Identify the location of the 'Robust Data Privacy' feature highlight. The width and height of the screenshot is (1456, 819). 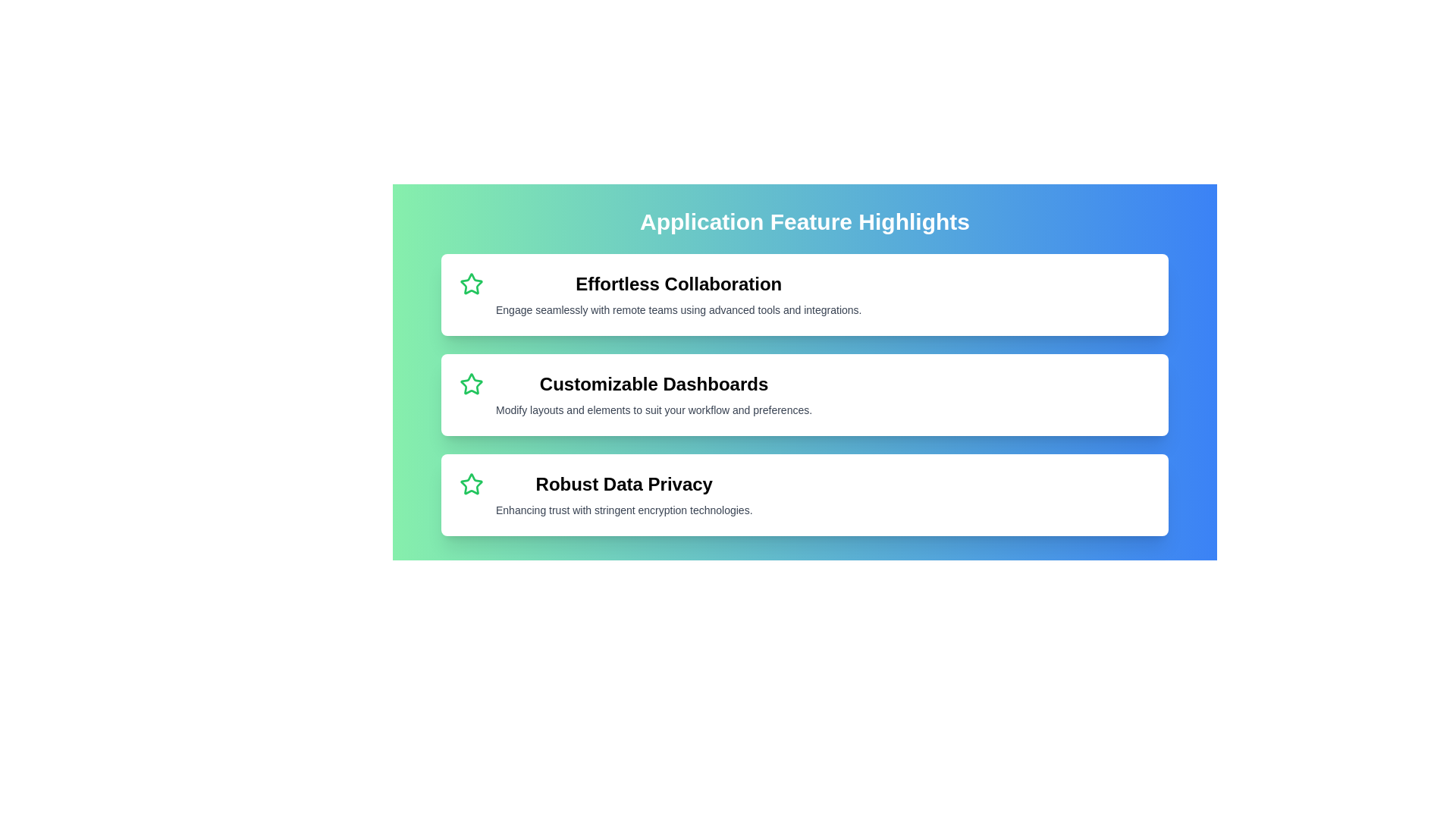
(804, 494).